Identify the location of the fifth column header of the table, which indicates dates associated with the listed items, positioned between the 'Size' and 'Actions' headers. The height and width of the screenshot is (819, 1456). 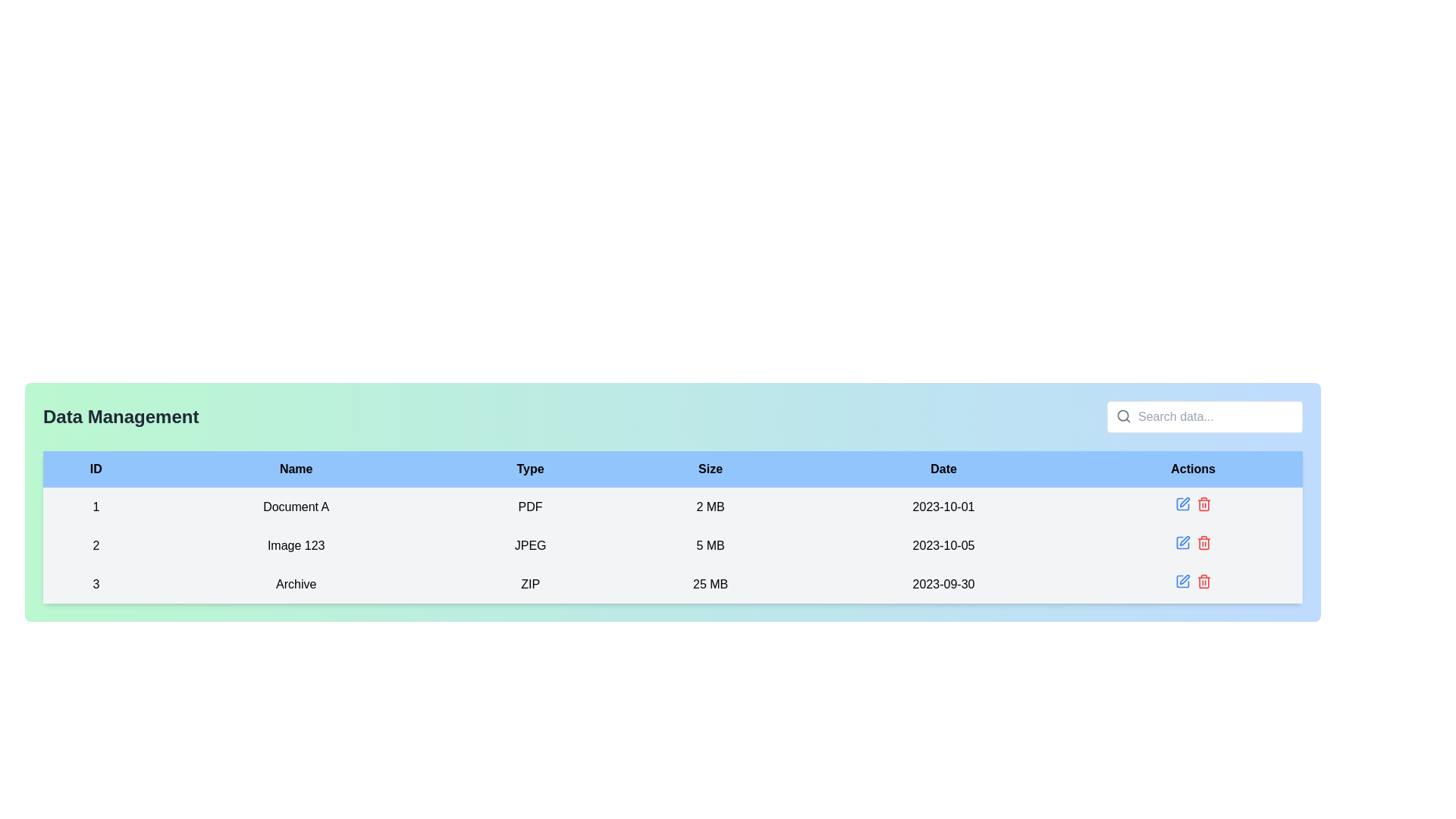
(943, 468).